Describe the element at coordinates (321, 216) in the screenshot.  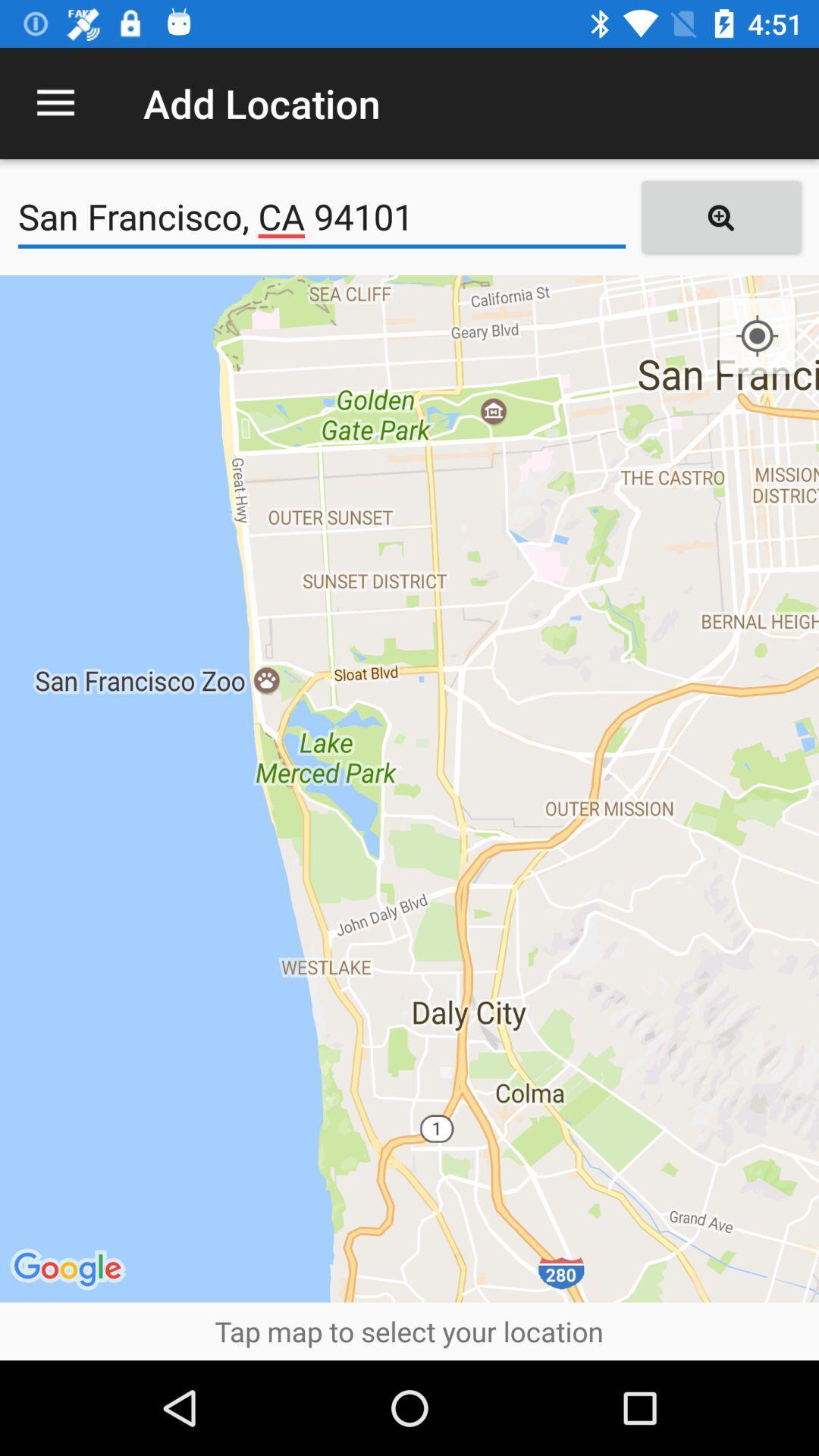
I see `the san francisco ca item` at that location.